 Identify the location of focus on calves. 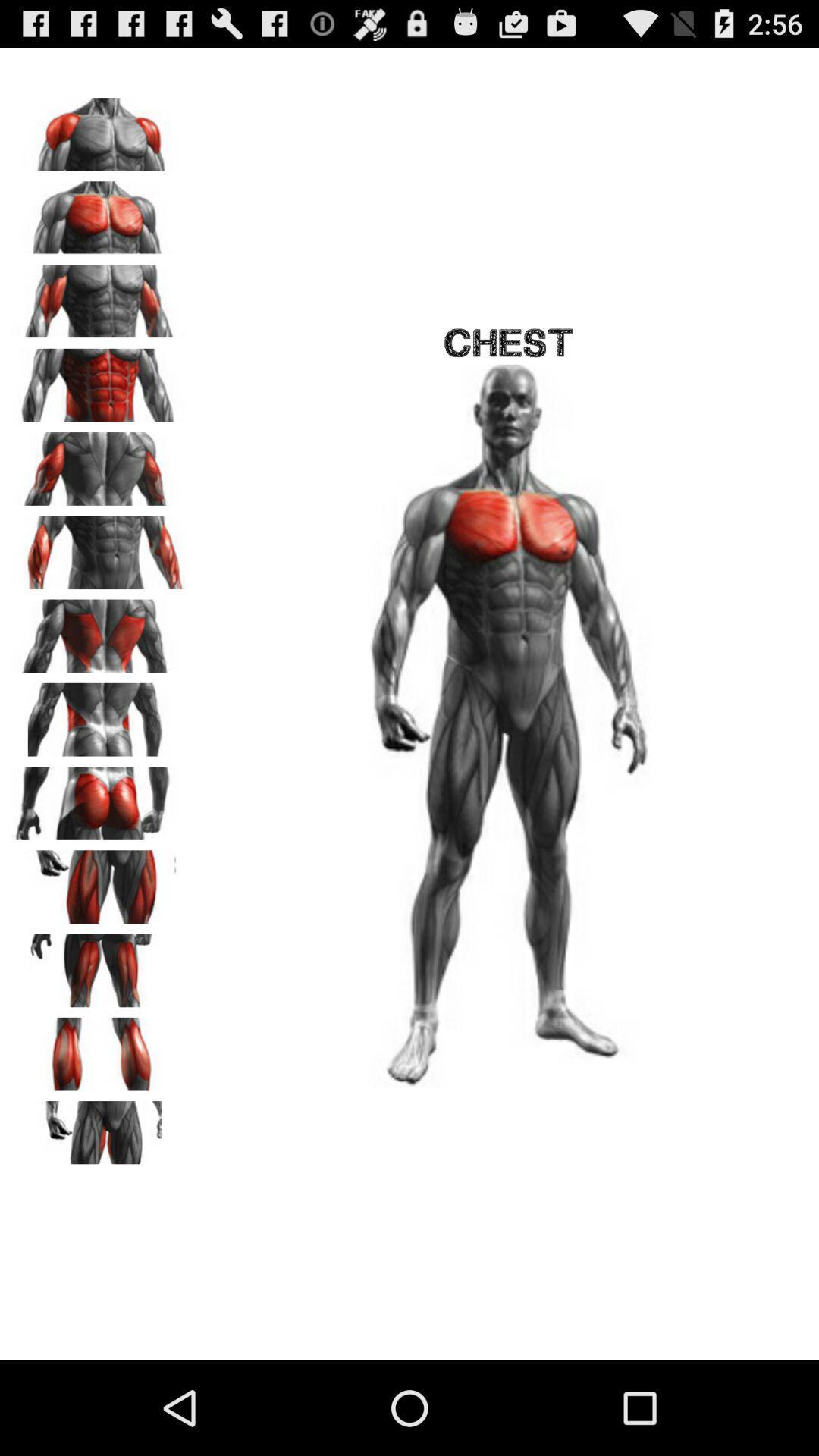
(99, 1048).